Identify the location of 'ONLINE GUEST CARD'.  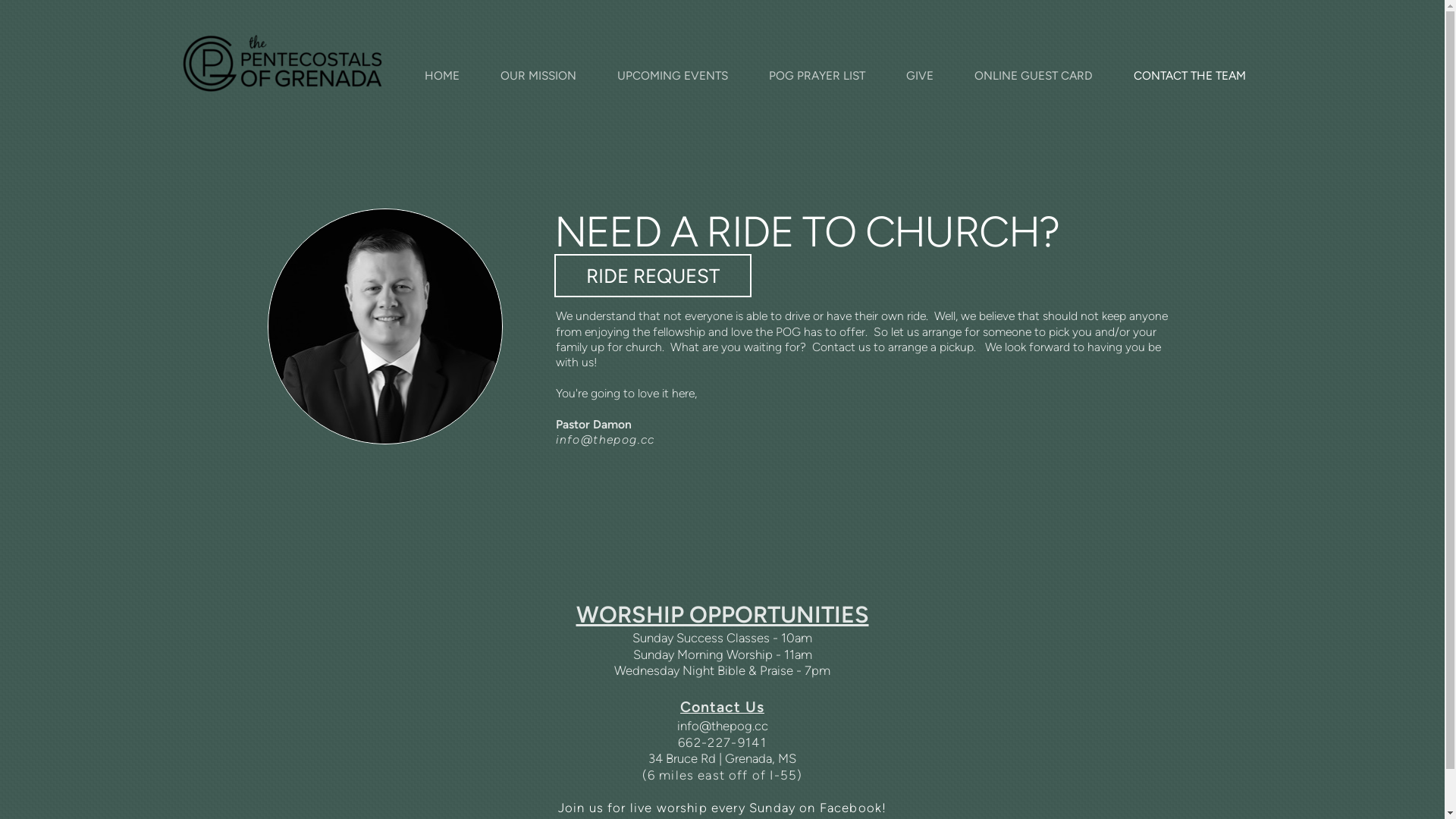
(1033, 75).